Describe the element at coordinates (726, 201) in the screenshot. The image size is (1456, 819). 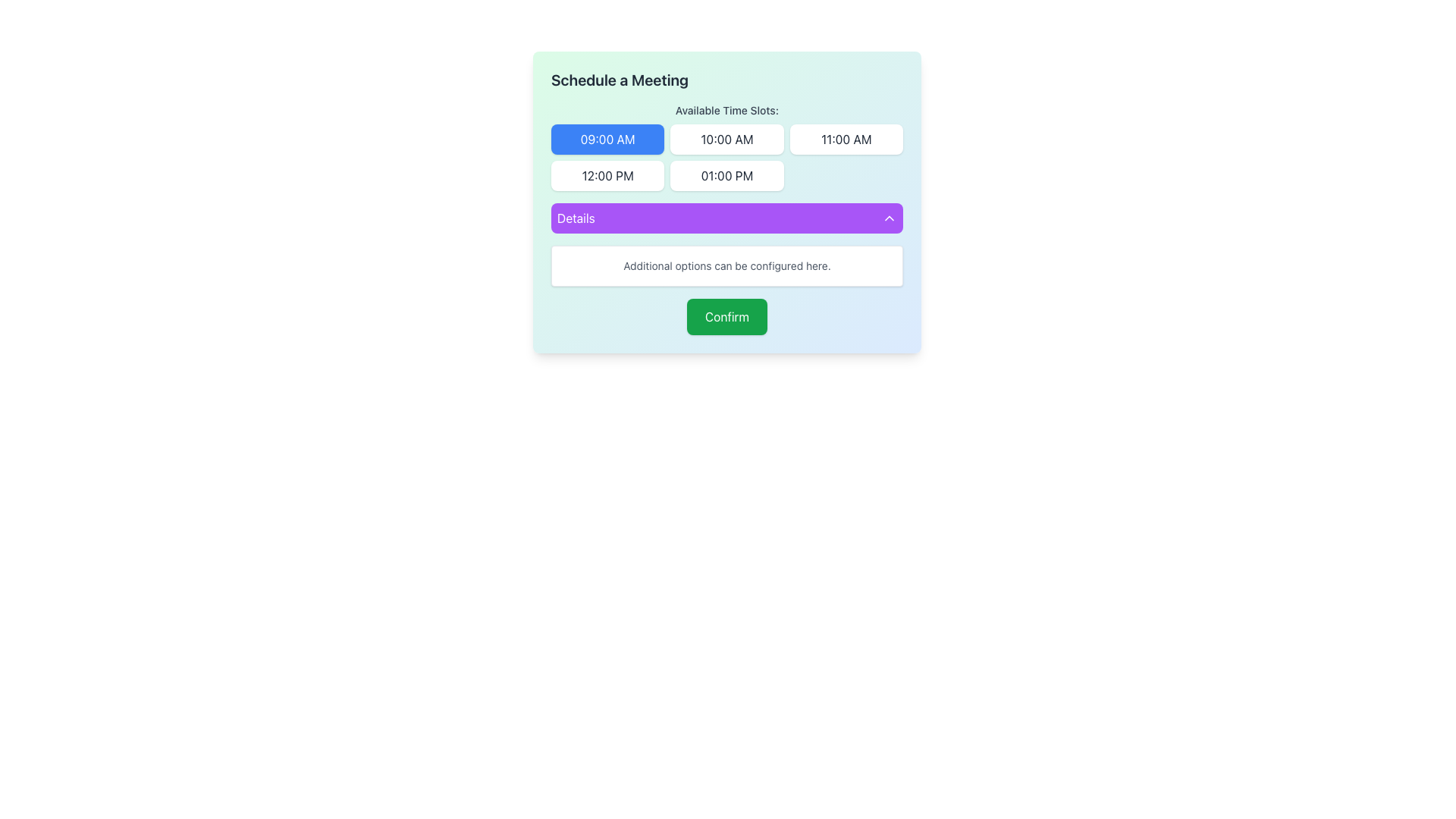
I see `the vibrant purple button labeled 'Details'` at that location.